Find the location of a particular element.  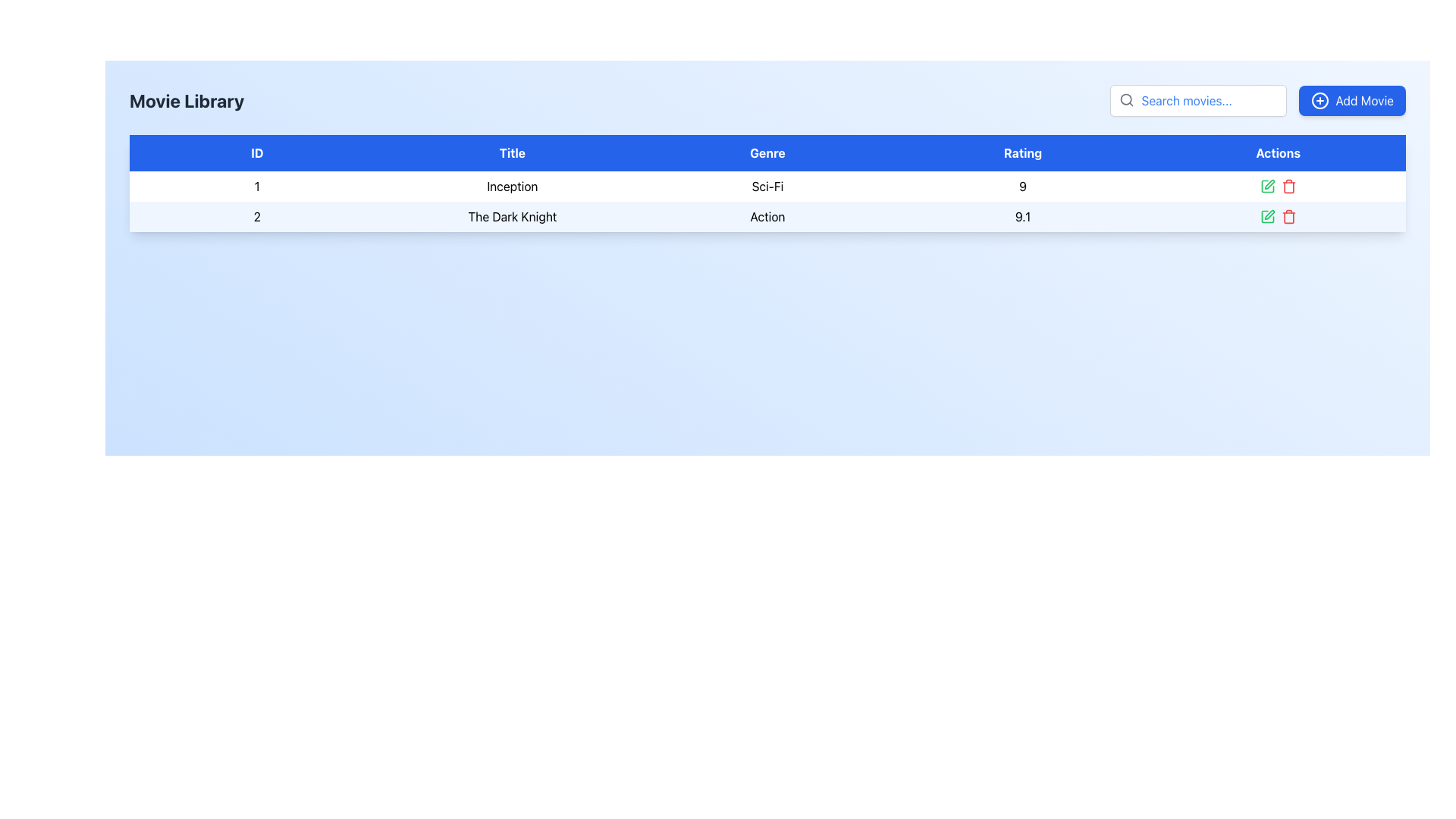

the table cell displaying the genre information for the movie 'Inception', which is the third cell in the corresponding table row under the 'Genre' column is located at coordinates (767, 186).